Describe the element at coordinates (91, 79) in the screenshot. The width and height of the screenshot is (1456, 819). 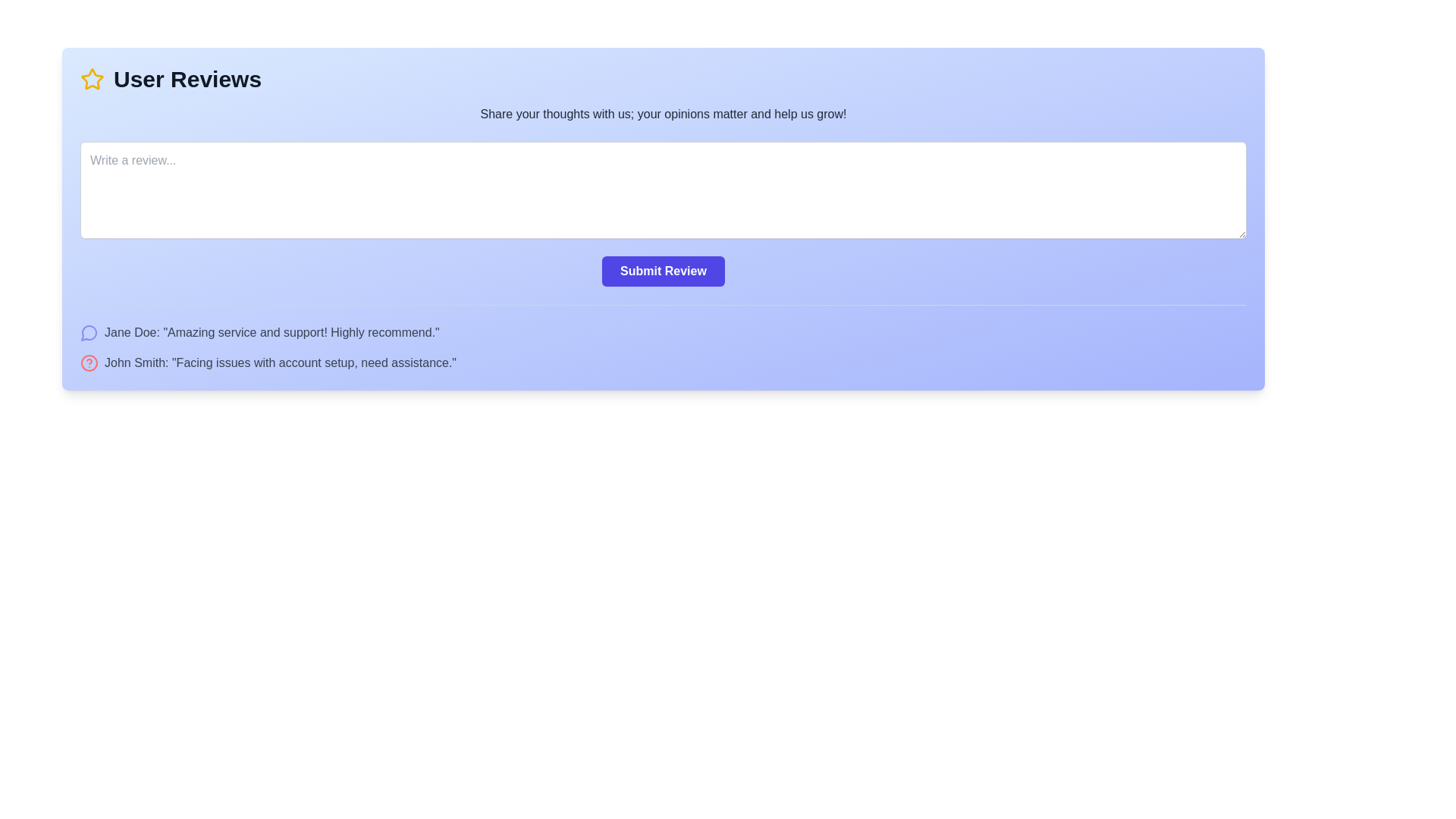
I see `the star icon located at the top-left corner of the user review section, which serves as a visual indicator for user ratings or reviews` at that location.